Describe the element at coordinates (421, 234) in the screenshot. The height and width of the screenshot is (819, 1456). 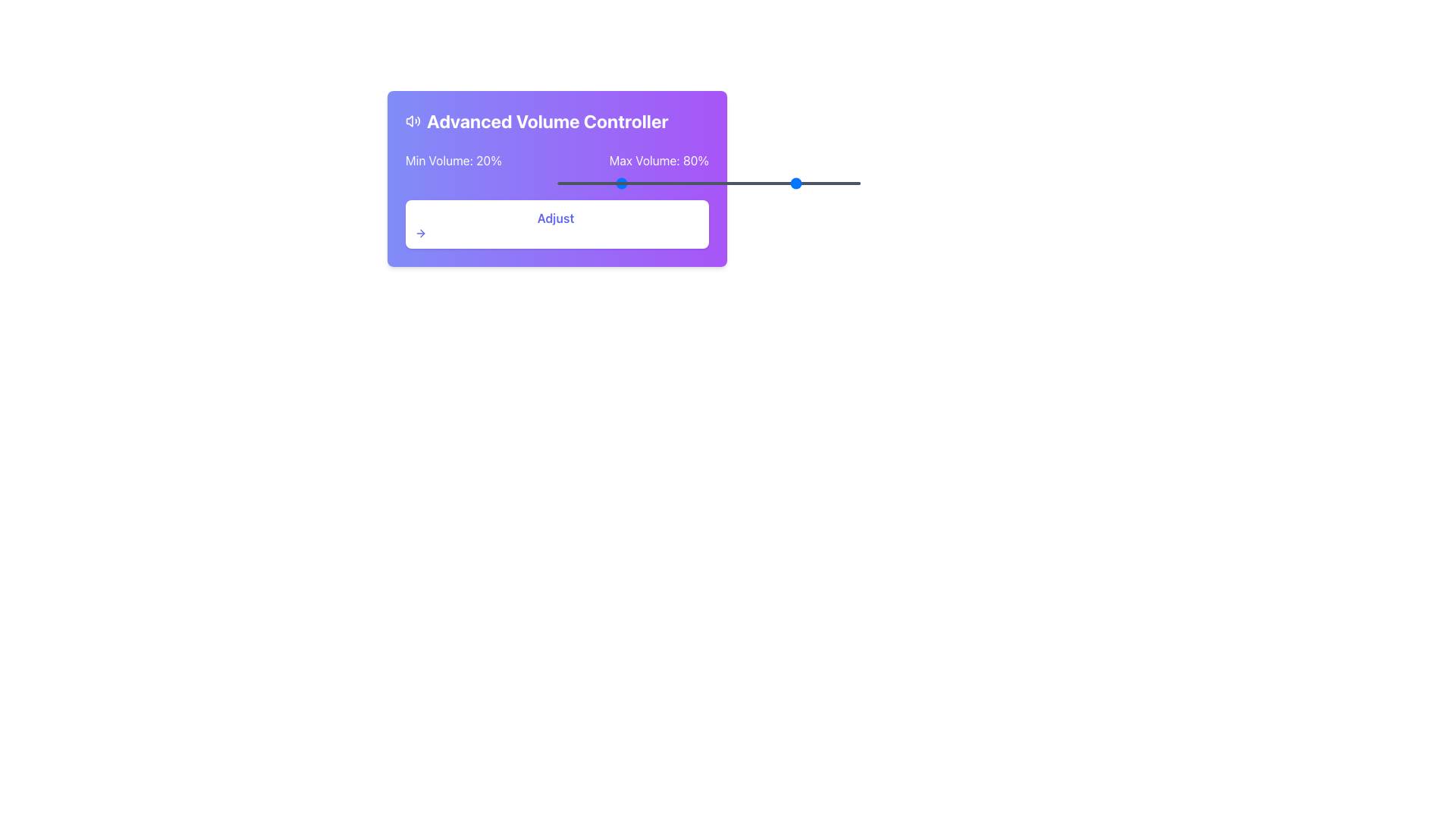
I see `the small right-pointing arrow icon located within the 'Adjust' button area, positioned towards the left end of the button's inner content` at that location.